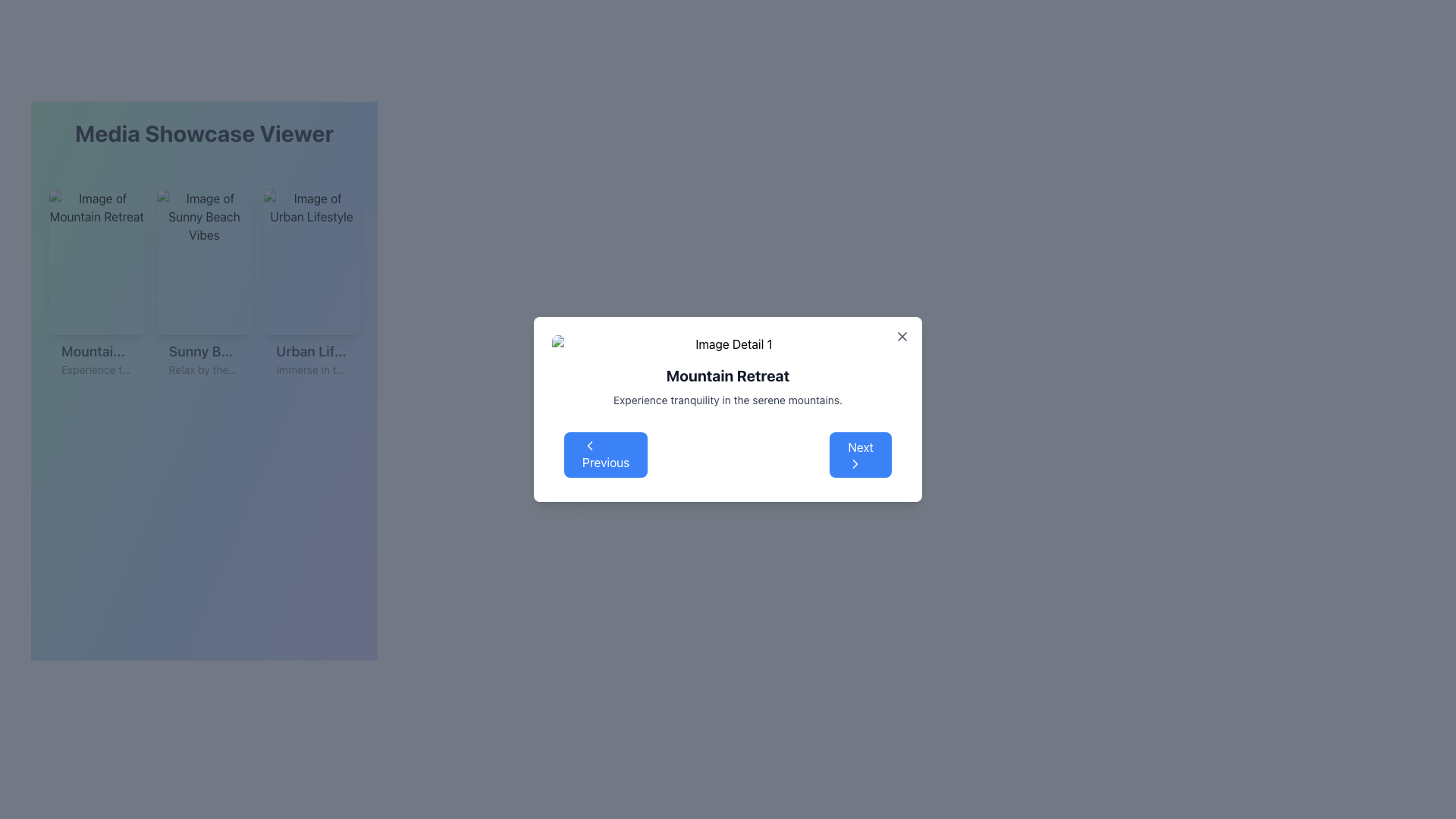 Image resolution: width=1456 pixels, height=819 pixels. Describe the element at coordinates (96, 359) in the screenshot. I see `the text field displaying 'Mountain Retreat' and its subtitle 'Experience tranquility in the serene mountains.'` at that location.